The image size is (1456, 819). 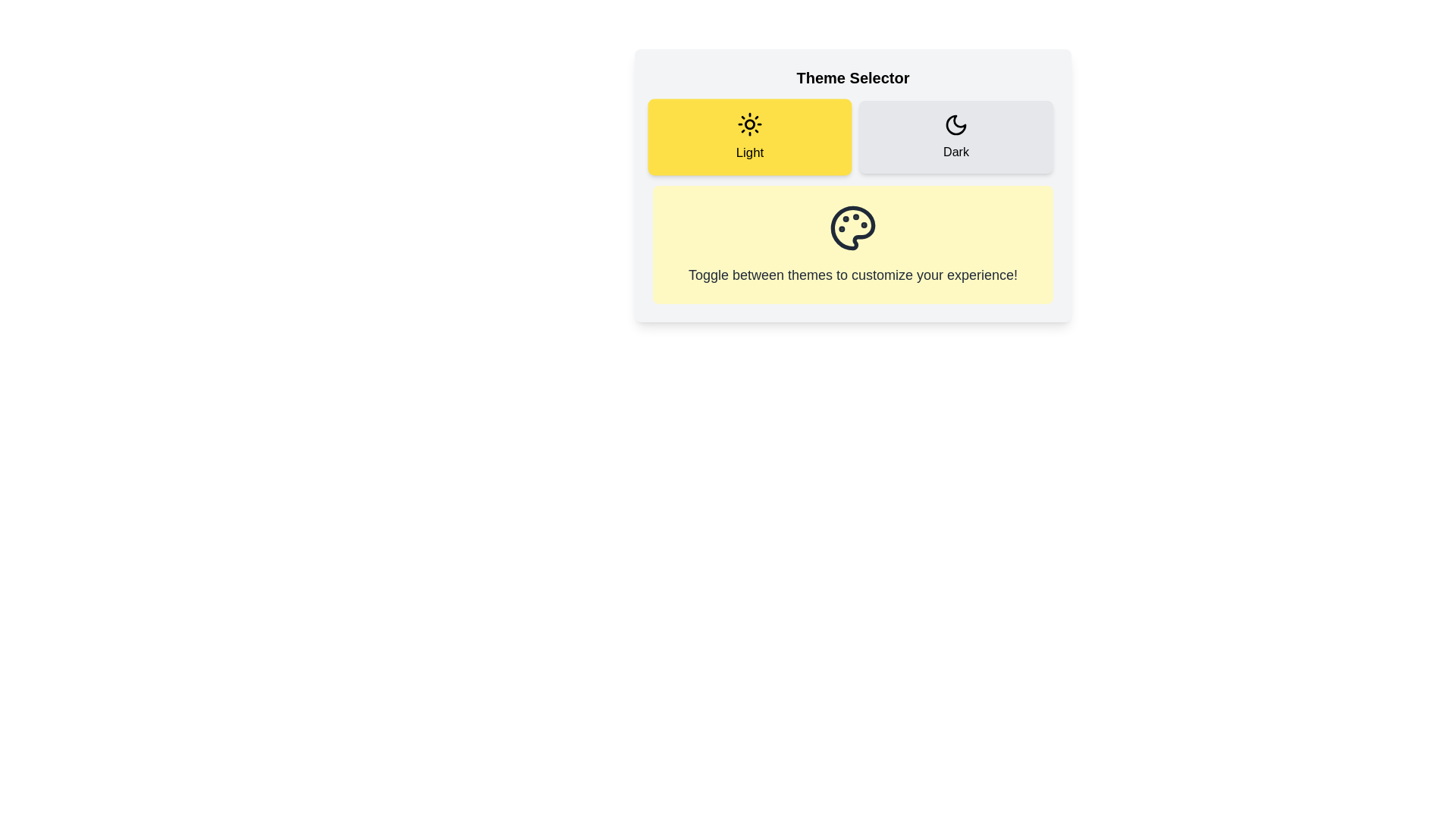 I want to click on the artist's palette vector graphic icon, which features a circular shape with multiple paint dabs, located below the 'Light' and 'Dark' buttons in the theme selector UI, so click(x=852, y=227).